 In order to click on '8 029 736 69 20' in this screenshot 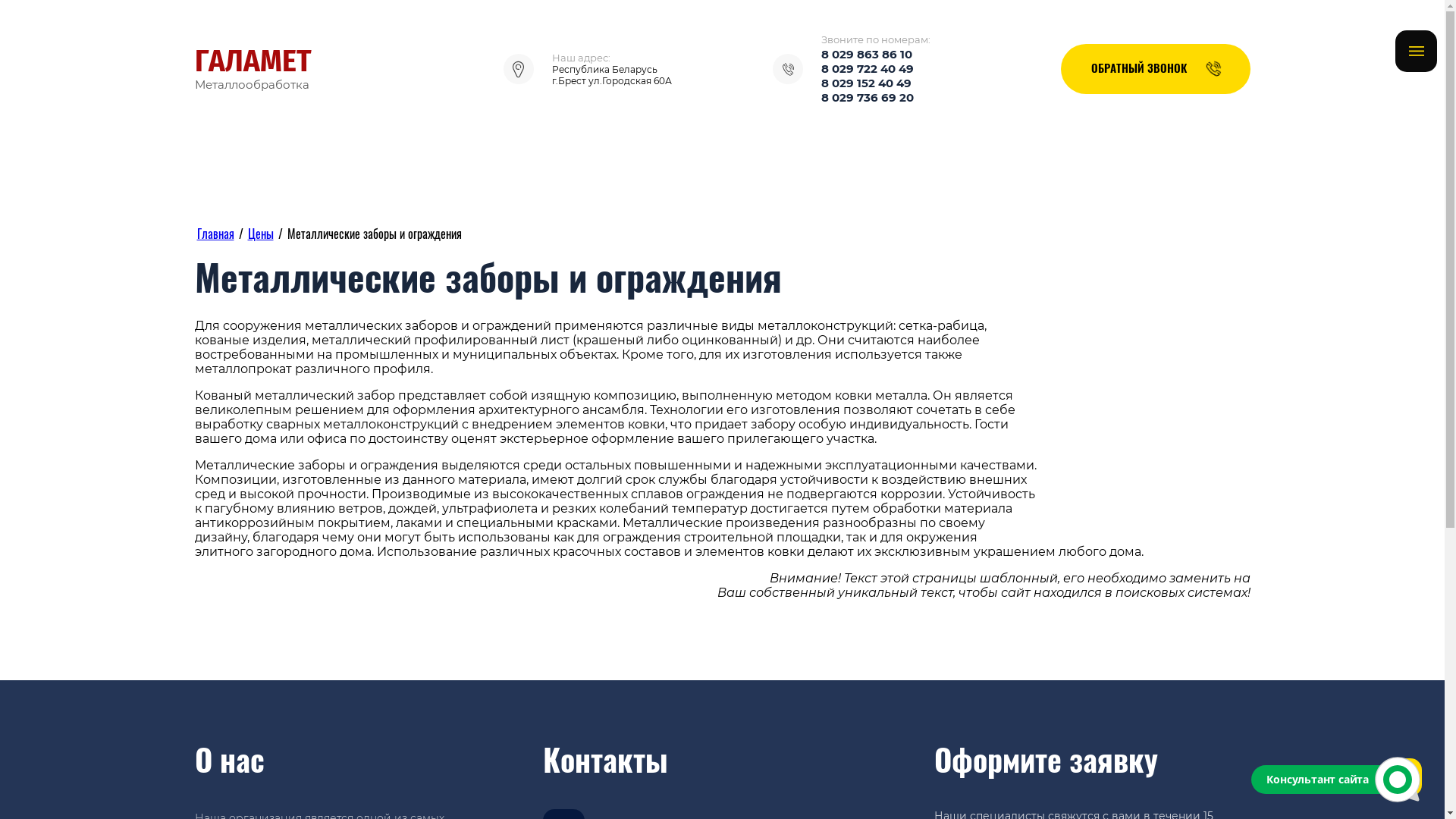, I will do `click(821, 97)`.